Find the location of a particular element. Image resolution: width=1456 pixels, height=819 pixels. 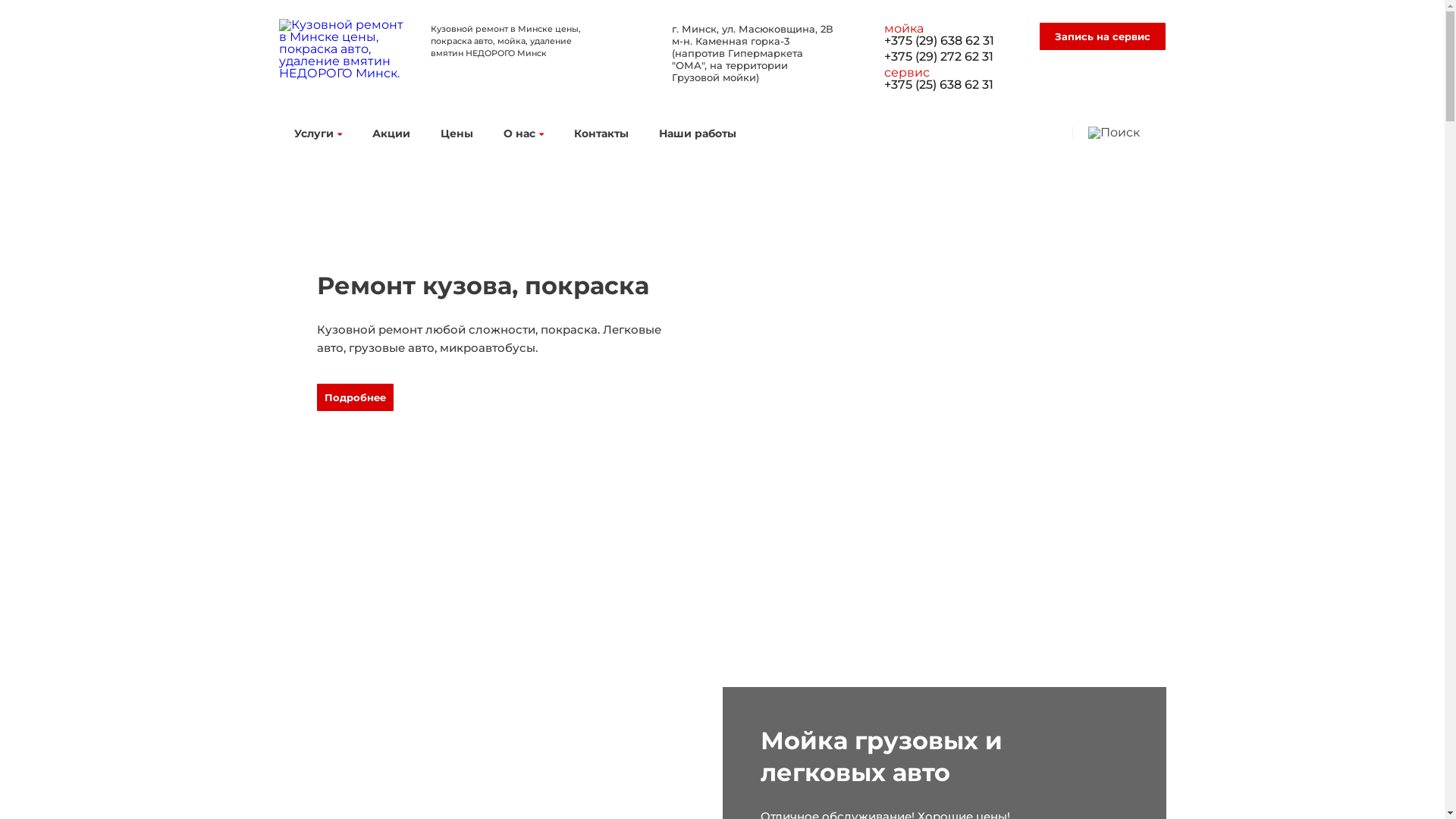

'+375 (29) 638 62 31' is located at coordinates (884, 46).